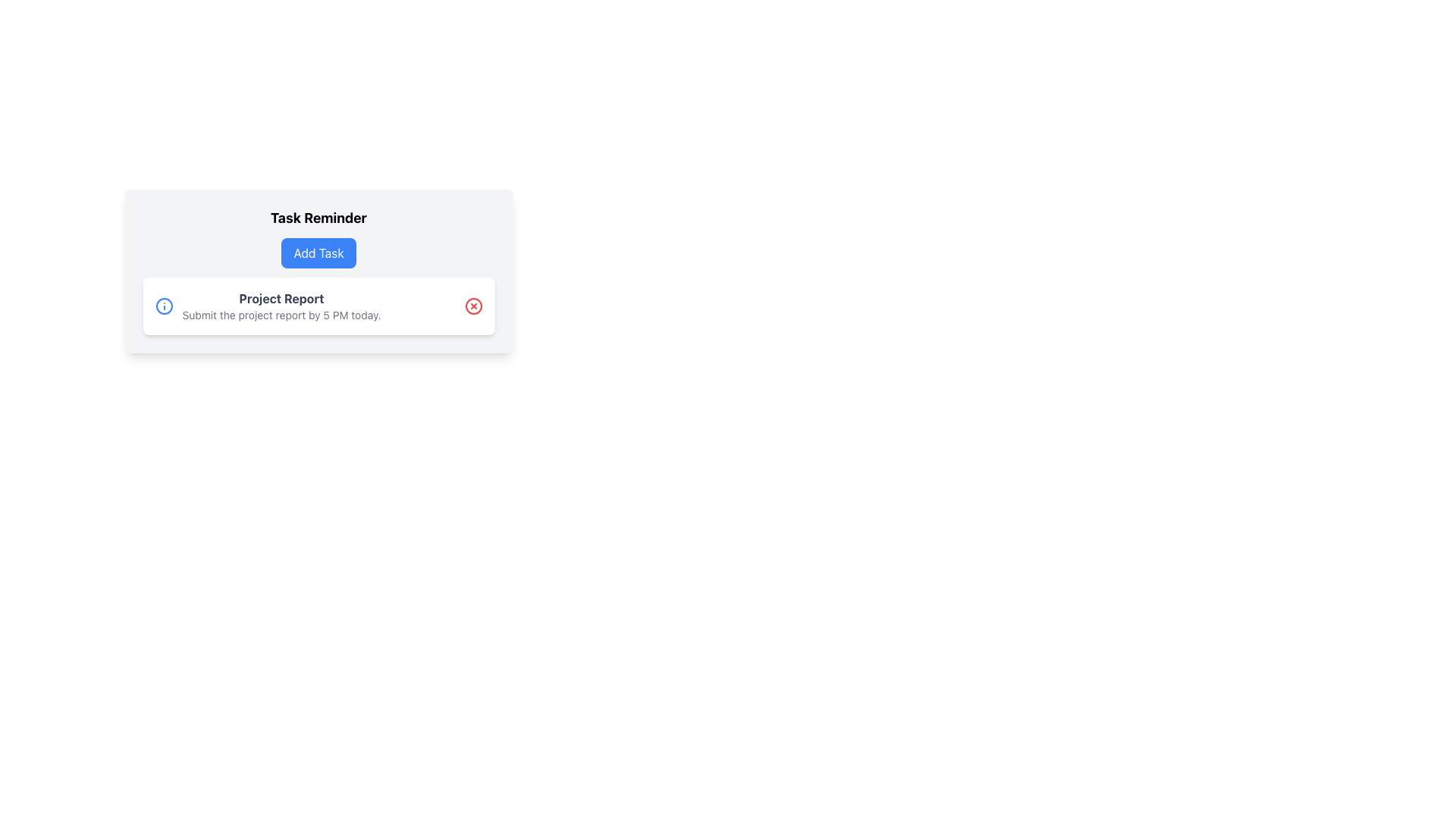 Image resolution: width=1456 pixels, height=819 pixels. I want to click on the informational text that specifies the deadline as '5 PM today', located below the bold title 'Project Report' and to the right of an informational icon, so click(281, 315).